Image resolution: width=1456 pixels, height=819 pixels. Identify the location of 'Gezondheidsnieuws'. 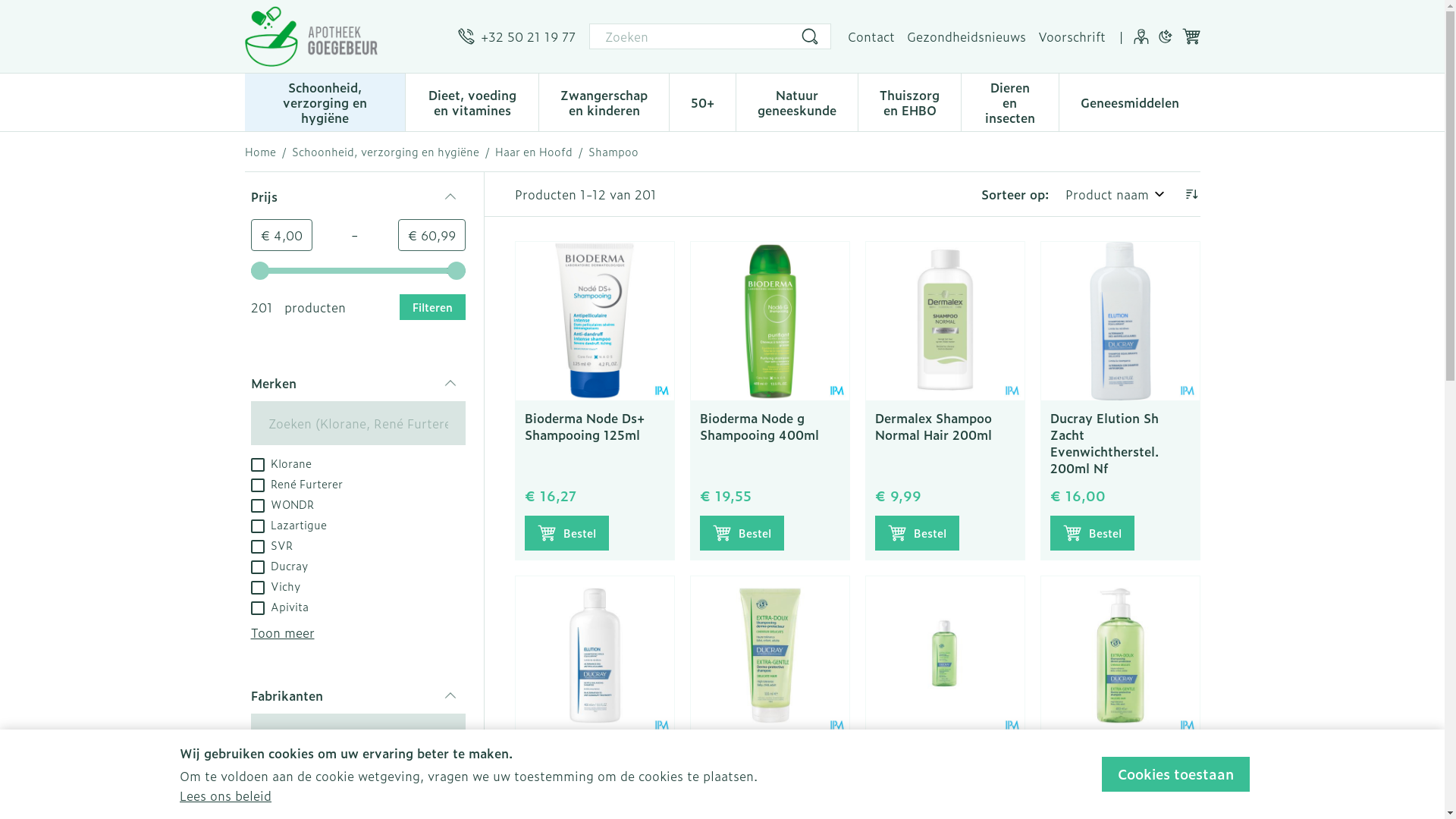
(965, 35).